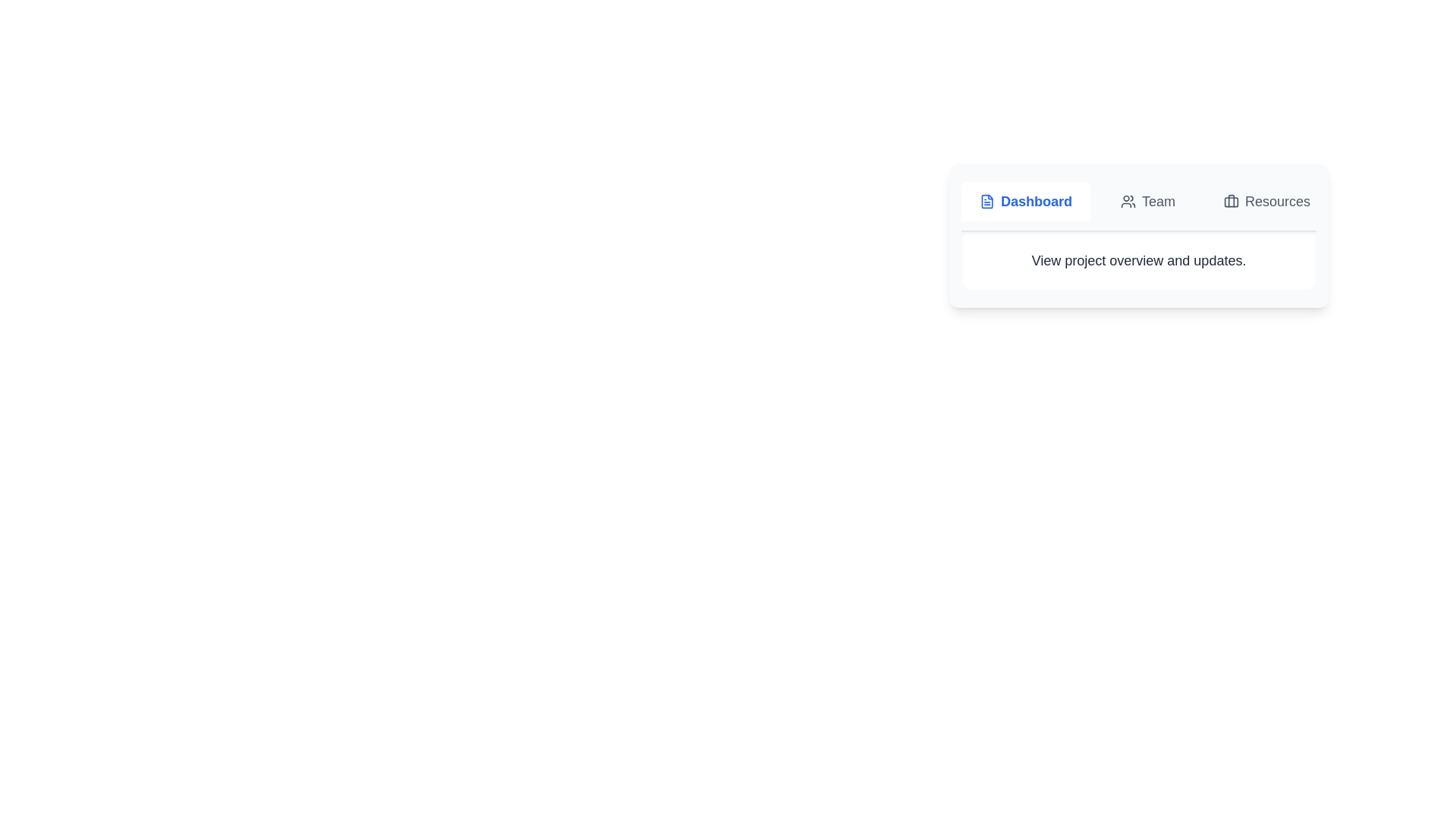  I want to click on the Team tab by clicking on its button, so click(1147, 201).